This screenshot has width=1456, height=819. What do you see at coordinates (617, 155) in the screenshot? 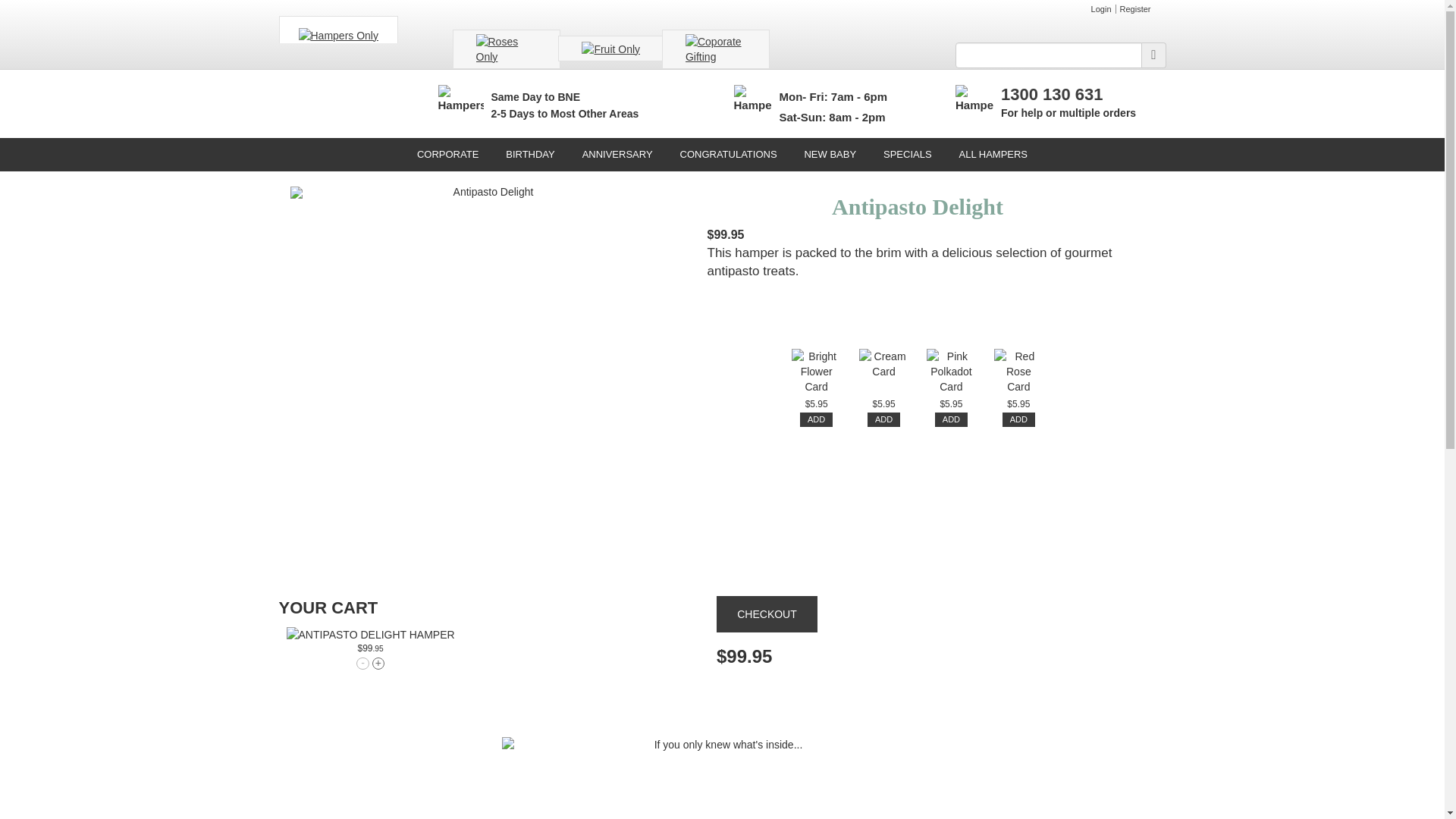
I see `'ANNIVERSARY'` at bounding box center [617, 155].